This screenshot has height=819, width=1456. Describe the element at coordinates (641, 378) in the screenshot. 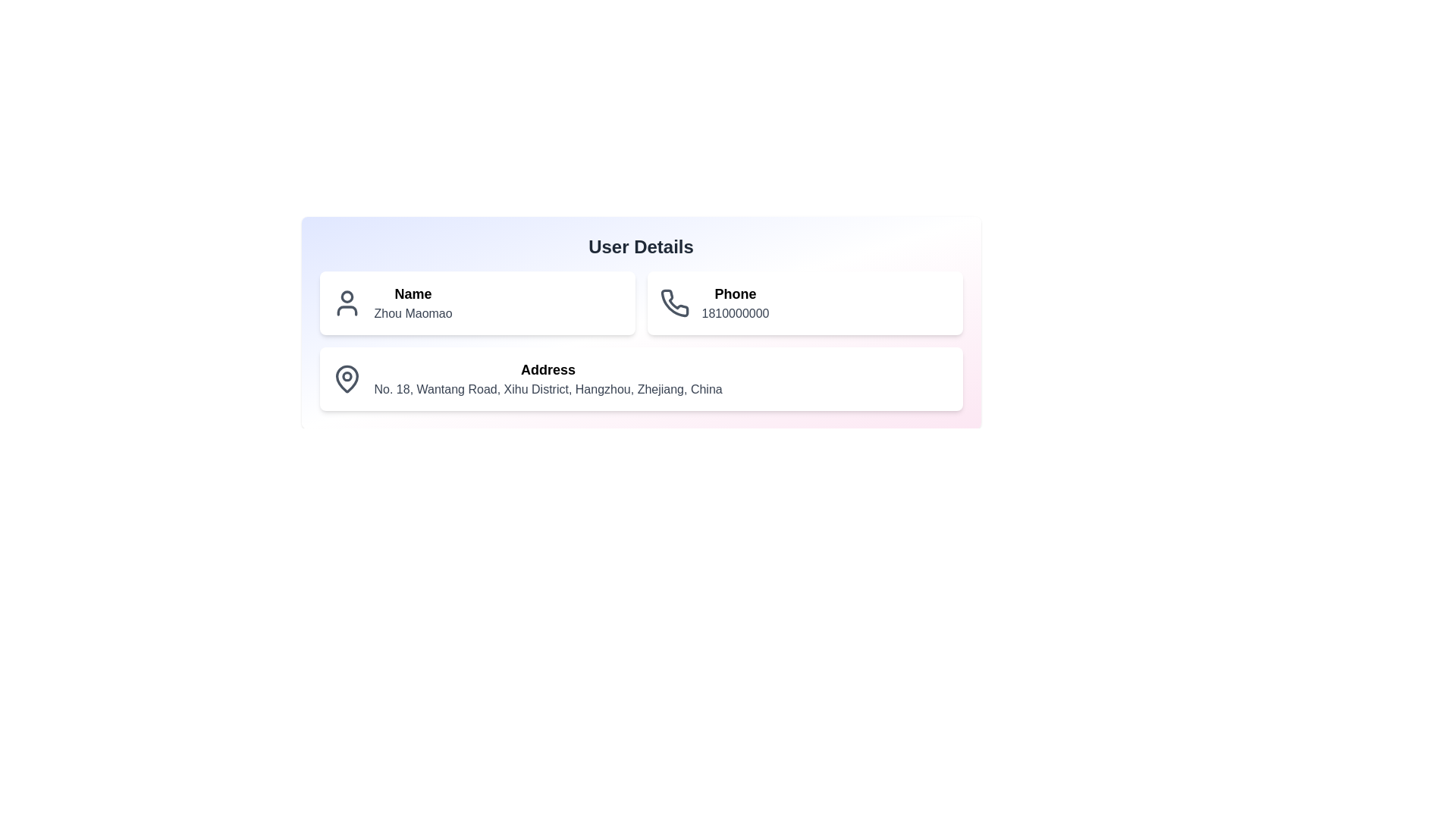

I see `the user information card displaying address data, which contains the address 'No. 18, Wantang Road, Xihu District, Hangzhou, Zhejiang, China'` at that location.